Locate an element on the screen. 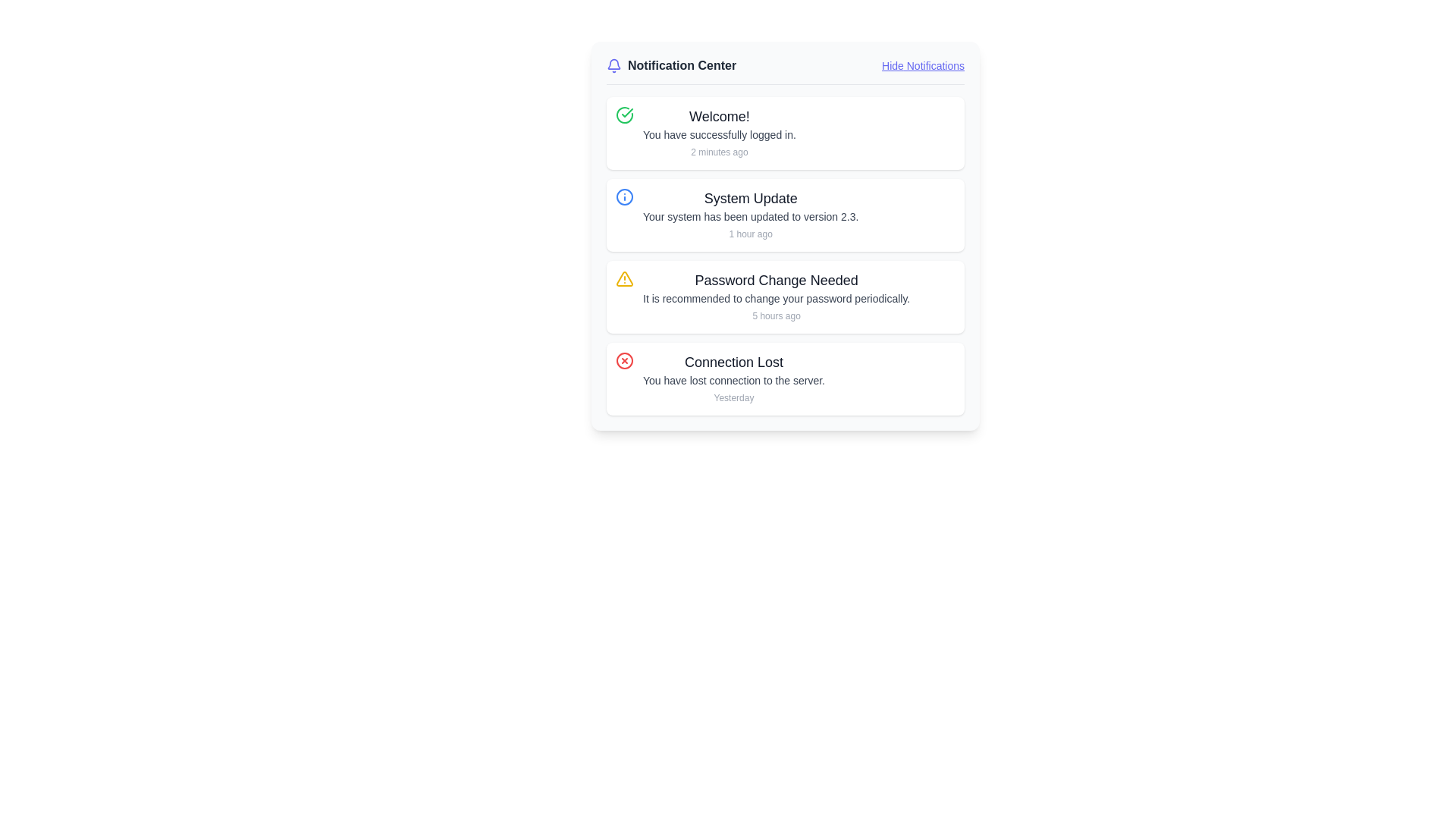  the text label that provides additional information about the 'Connection Lost' notification, located between the heading and the timestamp is located at coordinates (734, 379).